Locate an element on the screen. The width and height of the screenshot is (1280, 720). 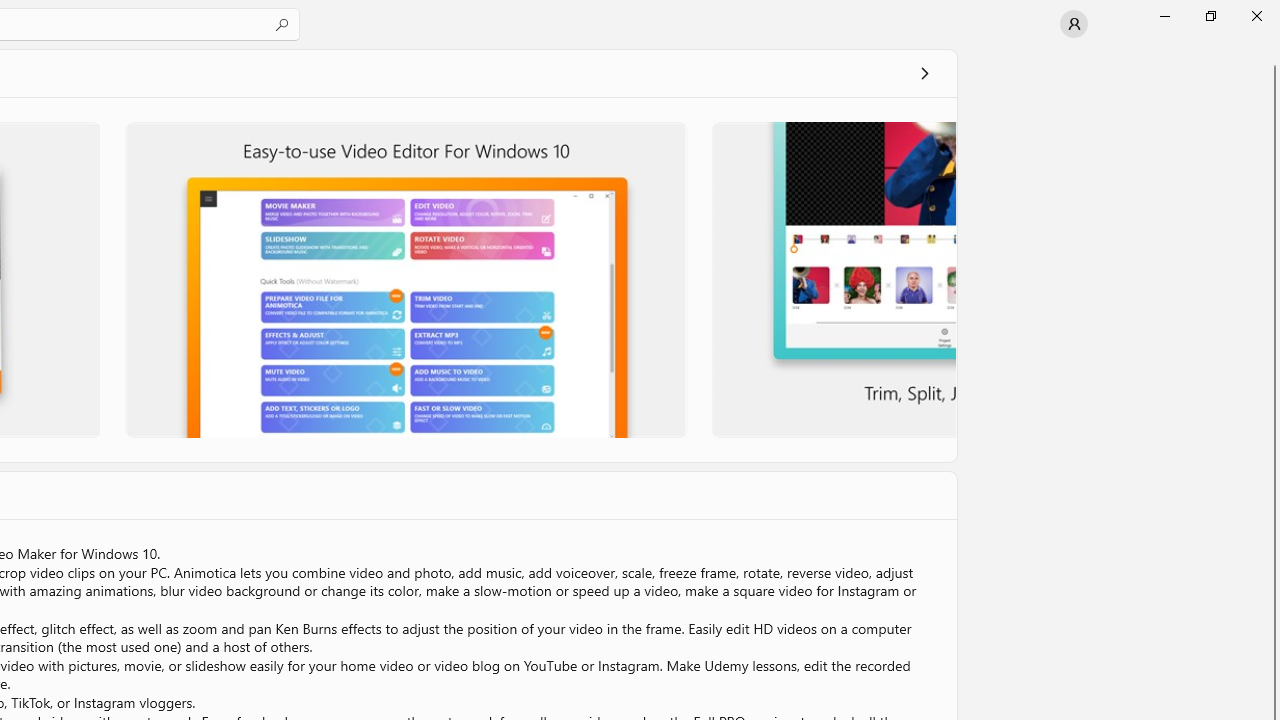
'Vertical Small Decrease' is located at coordinates (1271, 54).